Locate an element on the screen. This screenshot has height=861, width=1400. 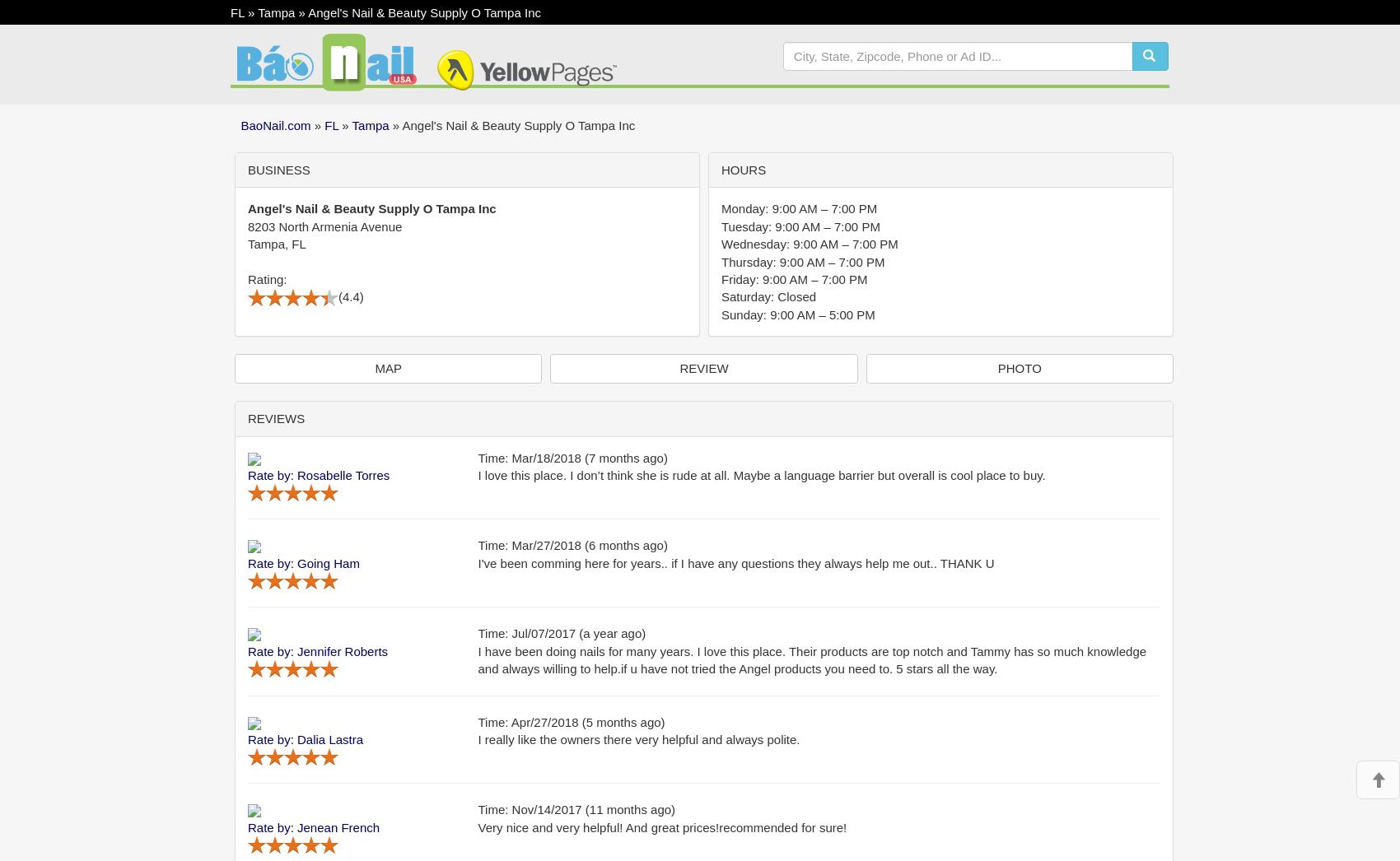
'Saturday: Closed' is located at coordinates (768, 296).